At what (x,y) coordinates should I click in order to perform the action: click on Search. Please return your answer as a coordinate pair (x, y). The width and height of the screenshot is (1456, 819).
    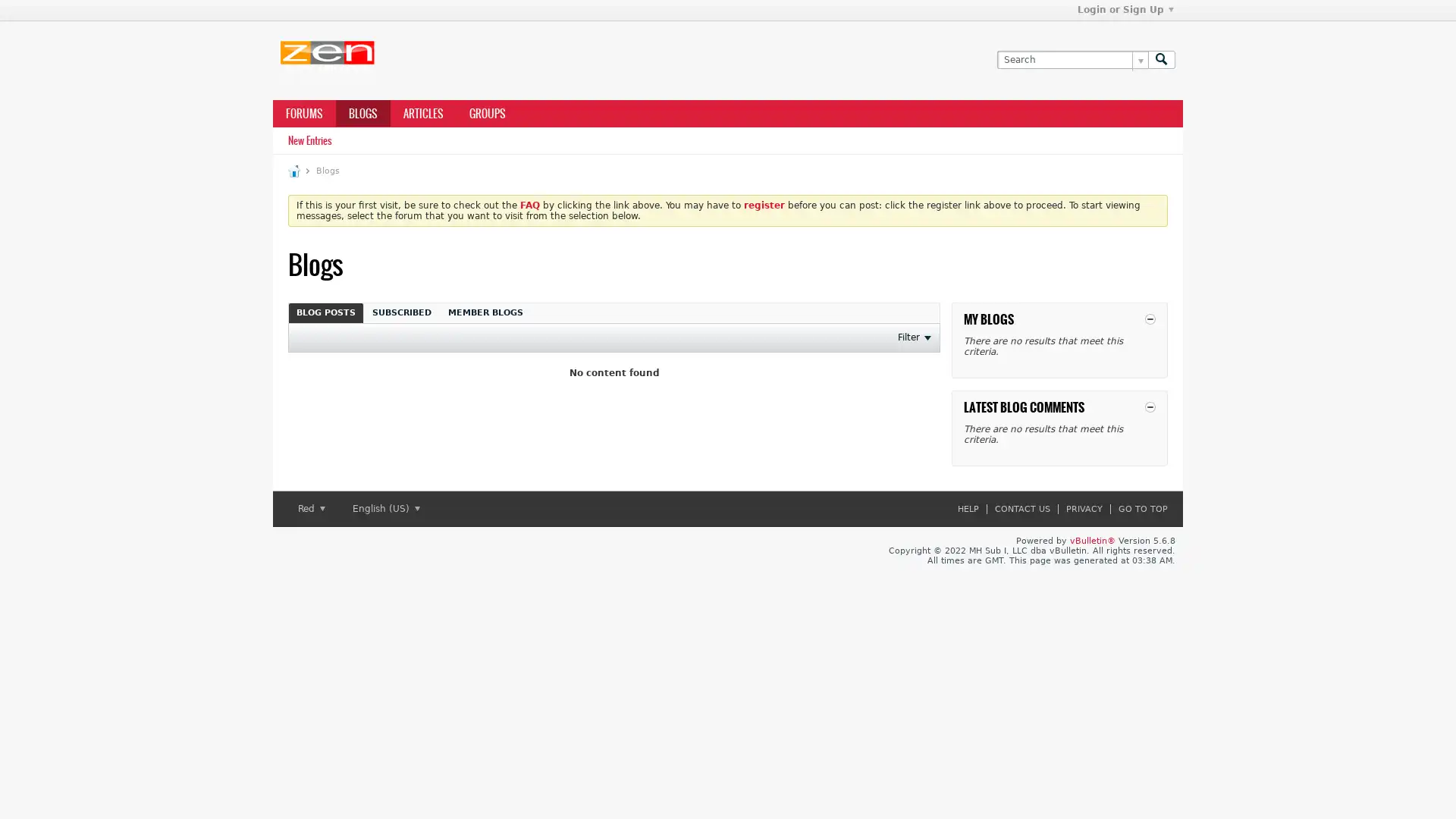
    Looking at the image, I should click on (1160, 58).